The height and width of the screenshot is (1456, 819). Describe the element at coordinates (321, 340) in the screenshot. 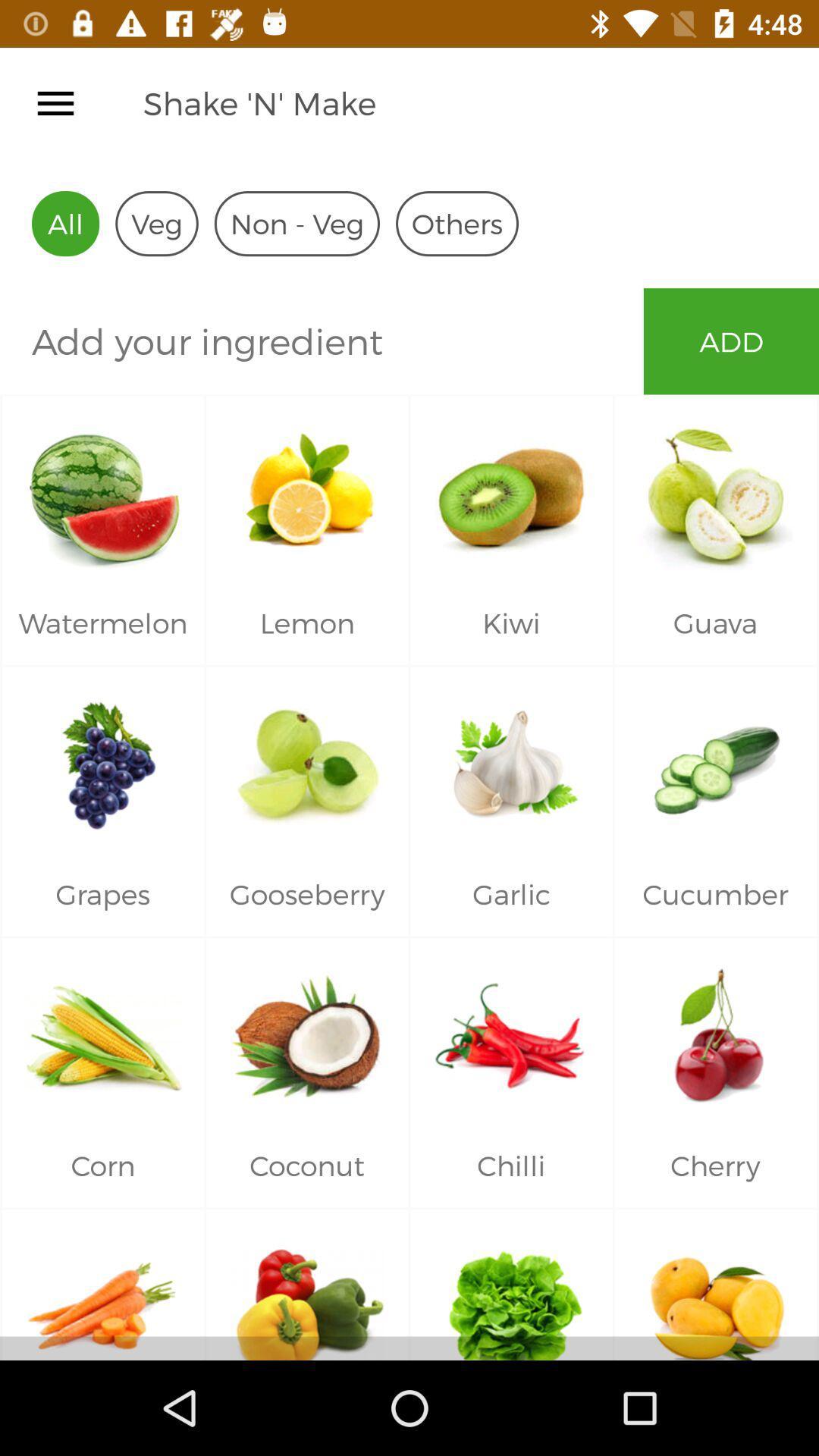

I see `ingredient` at that location.